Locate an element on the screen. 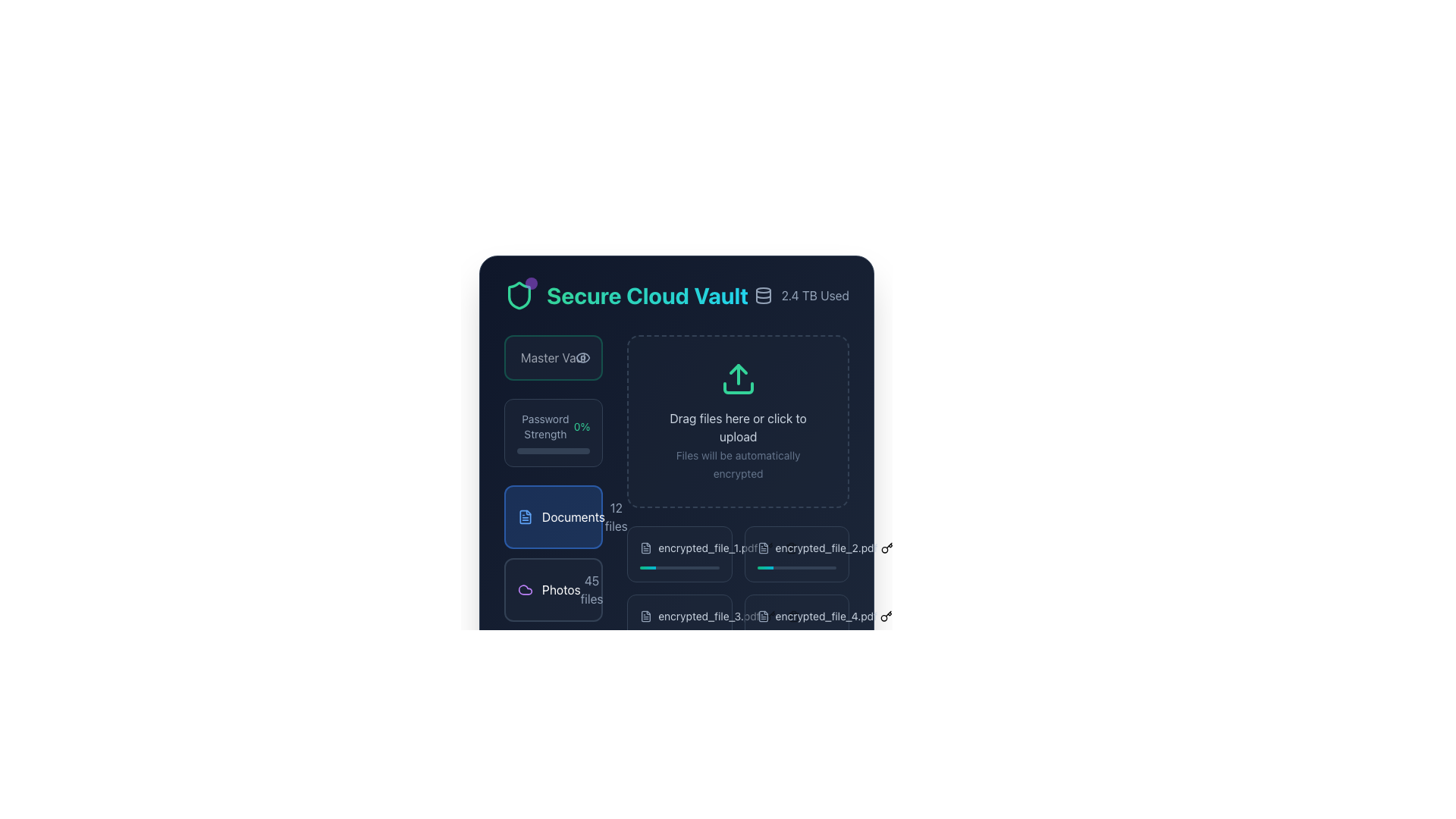  the informational text element that instructs users to 'Drag files here or click to upload' and mentions 'Files will be automatically encrypted' is located at coordinates (738, 444).